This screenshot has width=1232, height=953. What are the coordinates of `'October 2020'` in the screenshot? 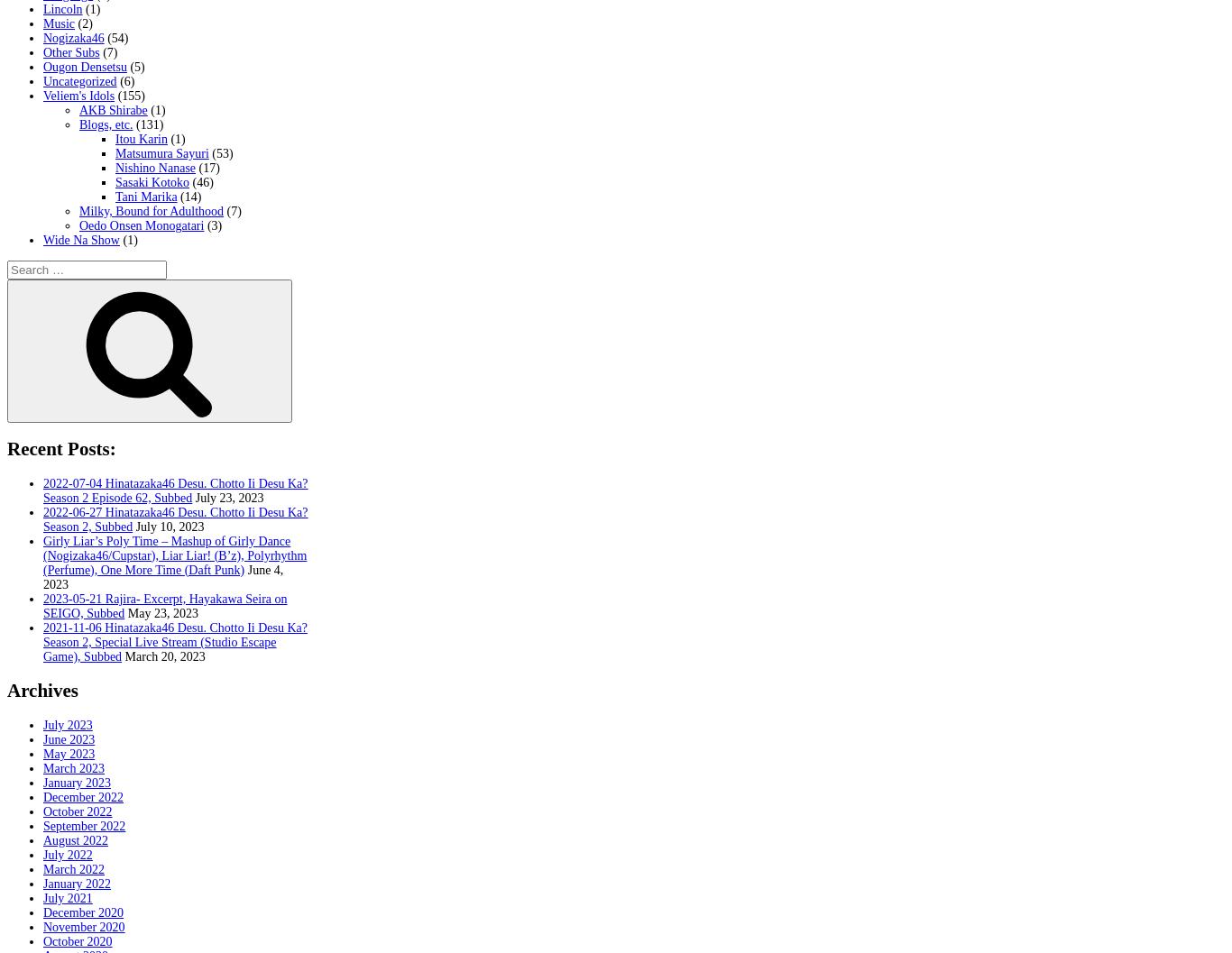 It's located at (78, 939).